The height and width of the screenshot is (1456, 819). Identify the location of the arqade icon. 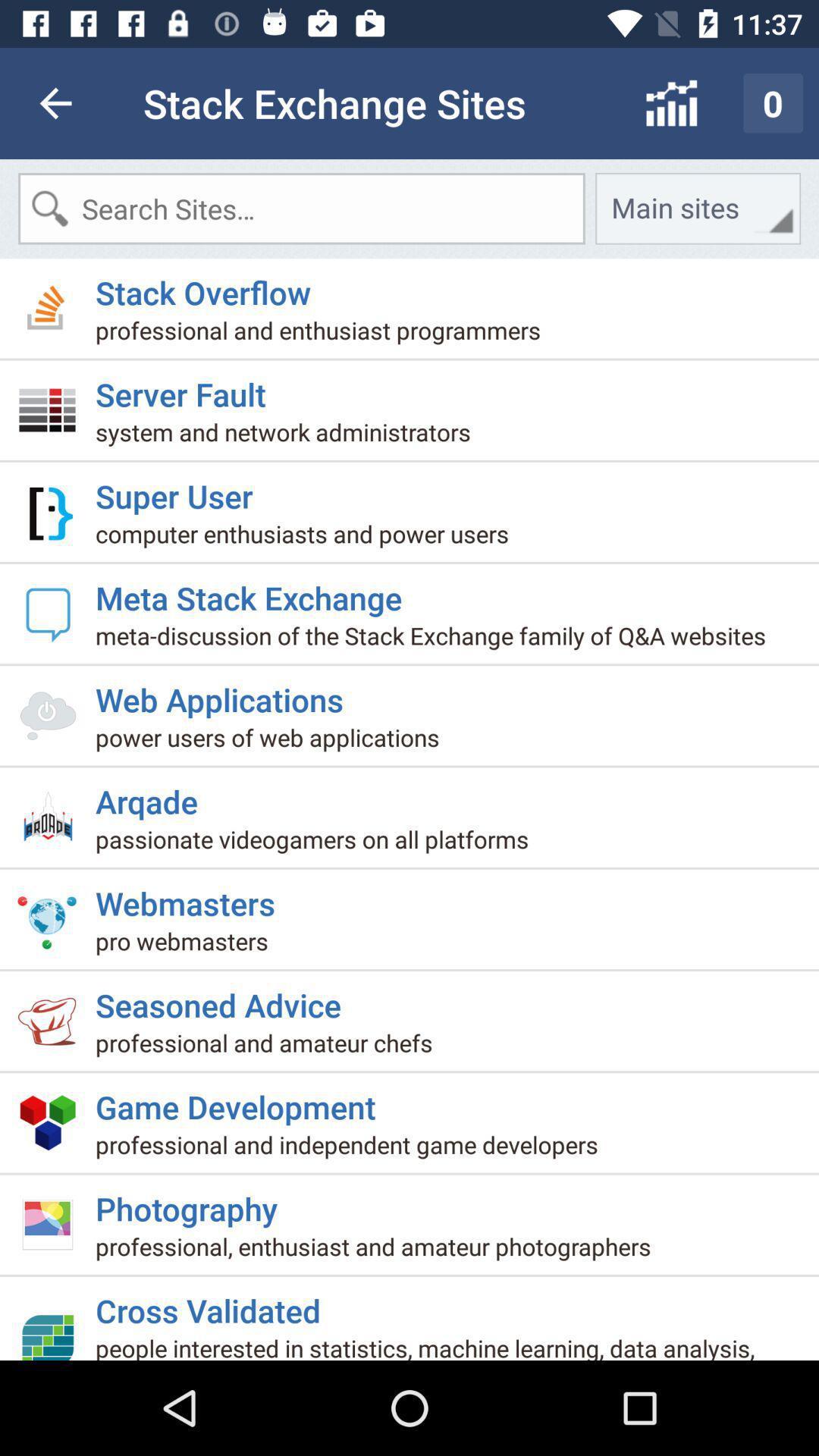
(152, 794).